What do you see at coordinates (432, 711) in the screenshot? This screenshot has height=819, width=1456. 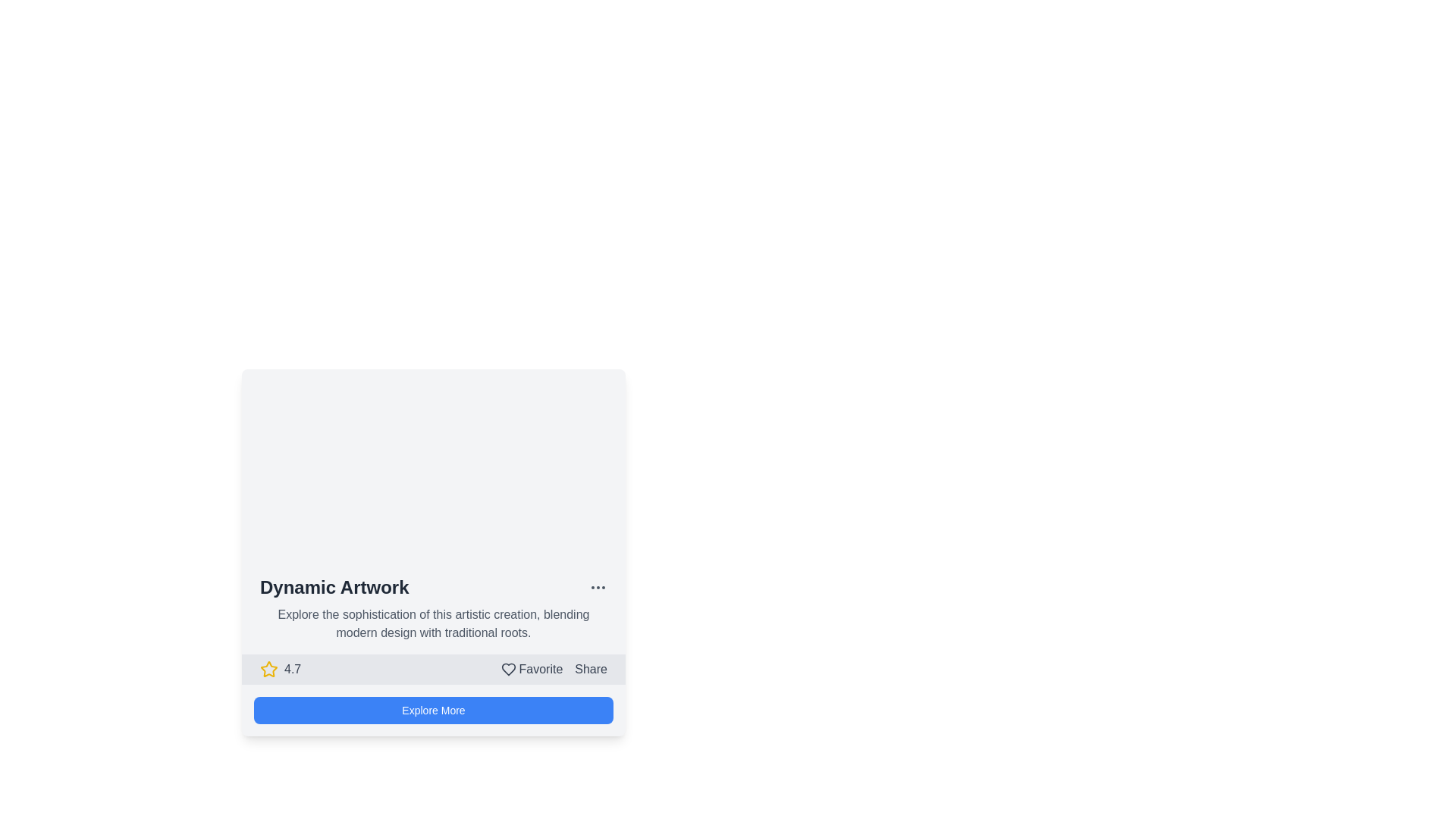 I see `the button located at the bottom of the 'Dynamic Artwork' card layout to proceed` at bounding box center [432, 711].